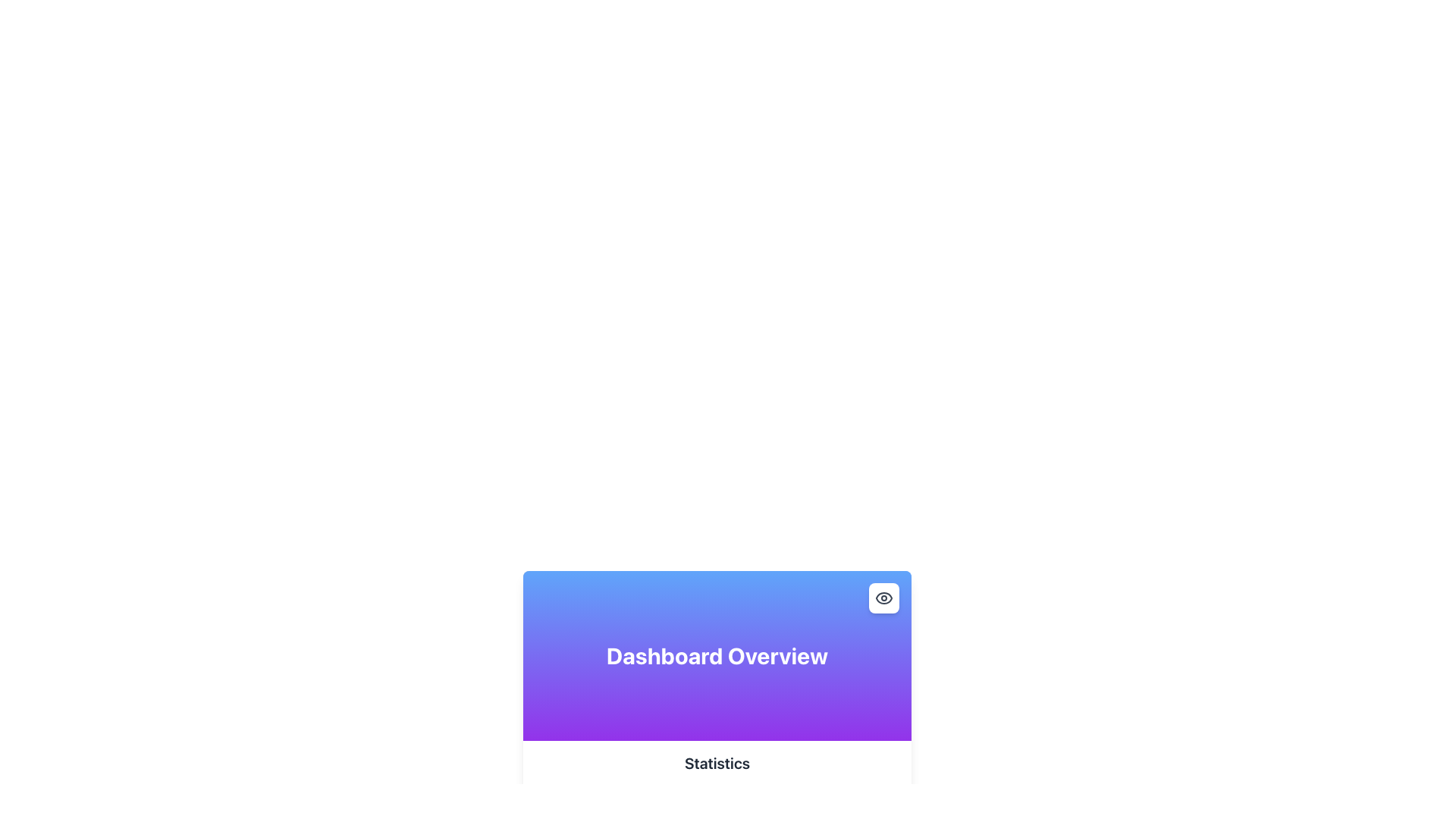  Describe the element at coordinates (716, 763) in the screenshot. I see `the section` at that location.